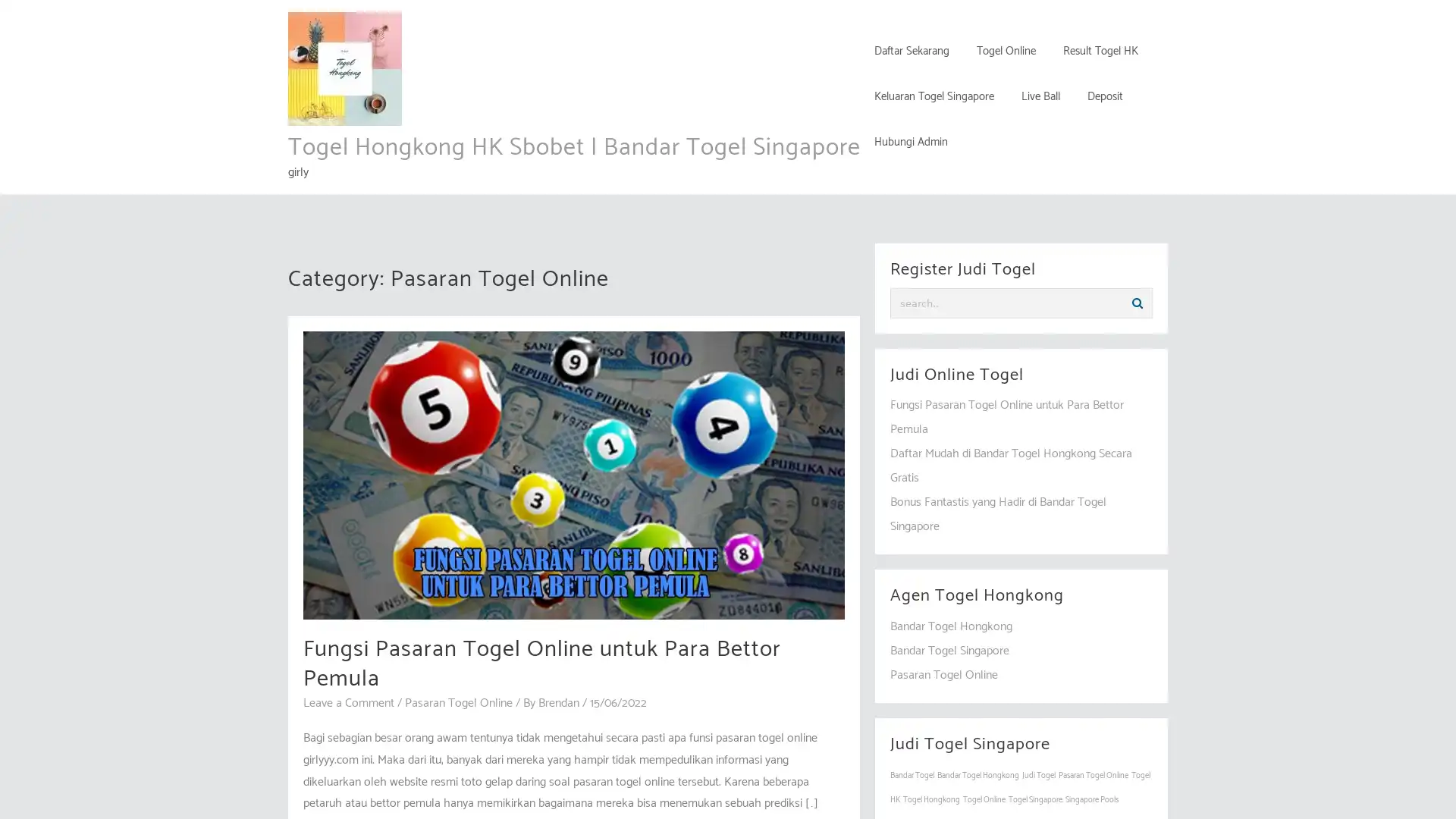  What do you see at coordinates (1137, 303) in the screenshot?
I see `Search` at bounding box center [1137, 303].